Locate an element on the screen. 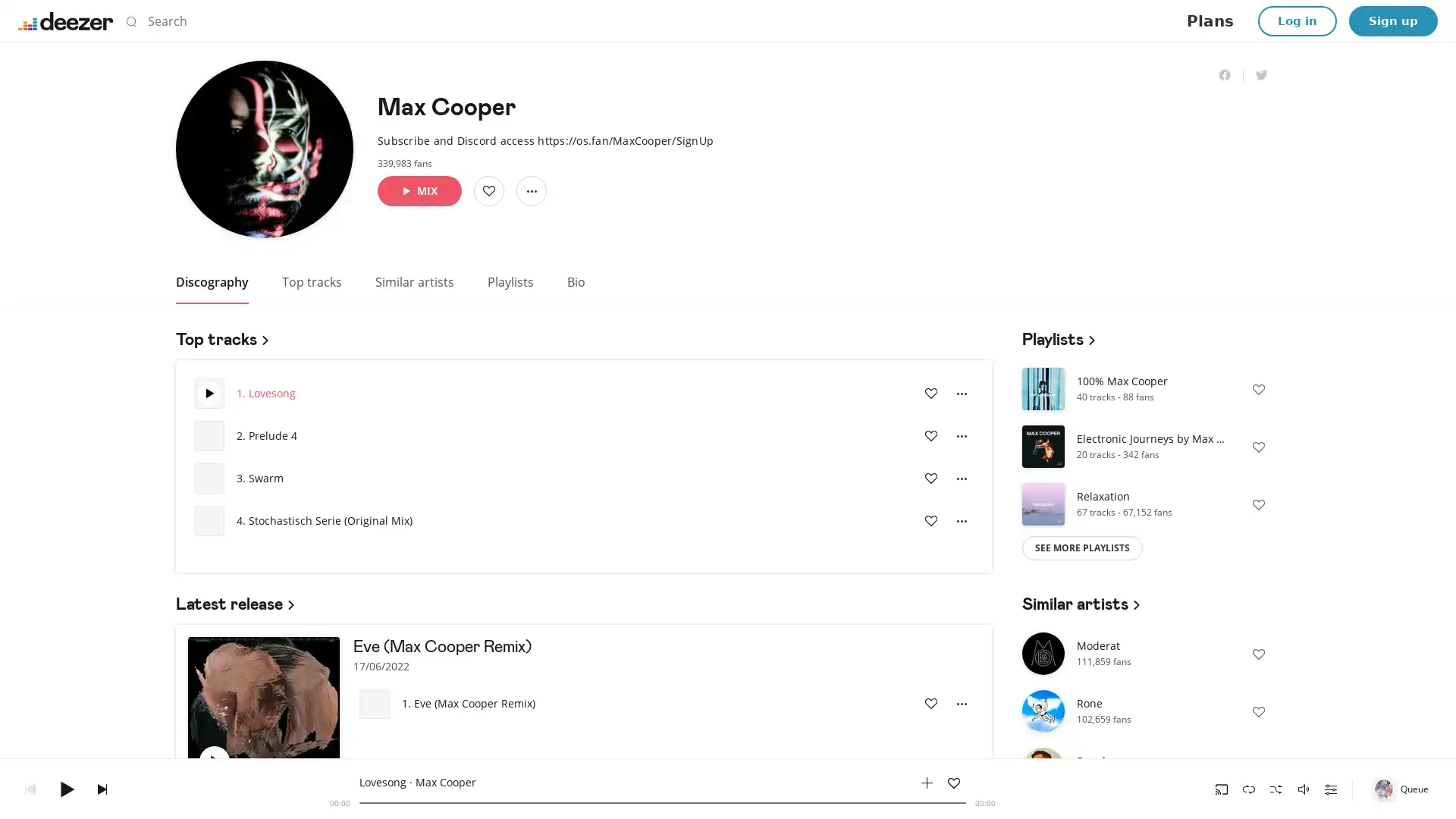 The width and height of the screenshot is (1456, 819). Add is located at coordinates (488, 189).